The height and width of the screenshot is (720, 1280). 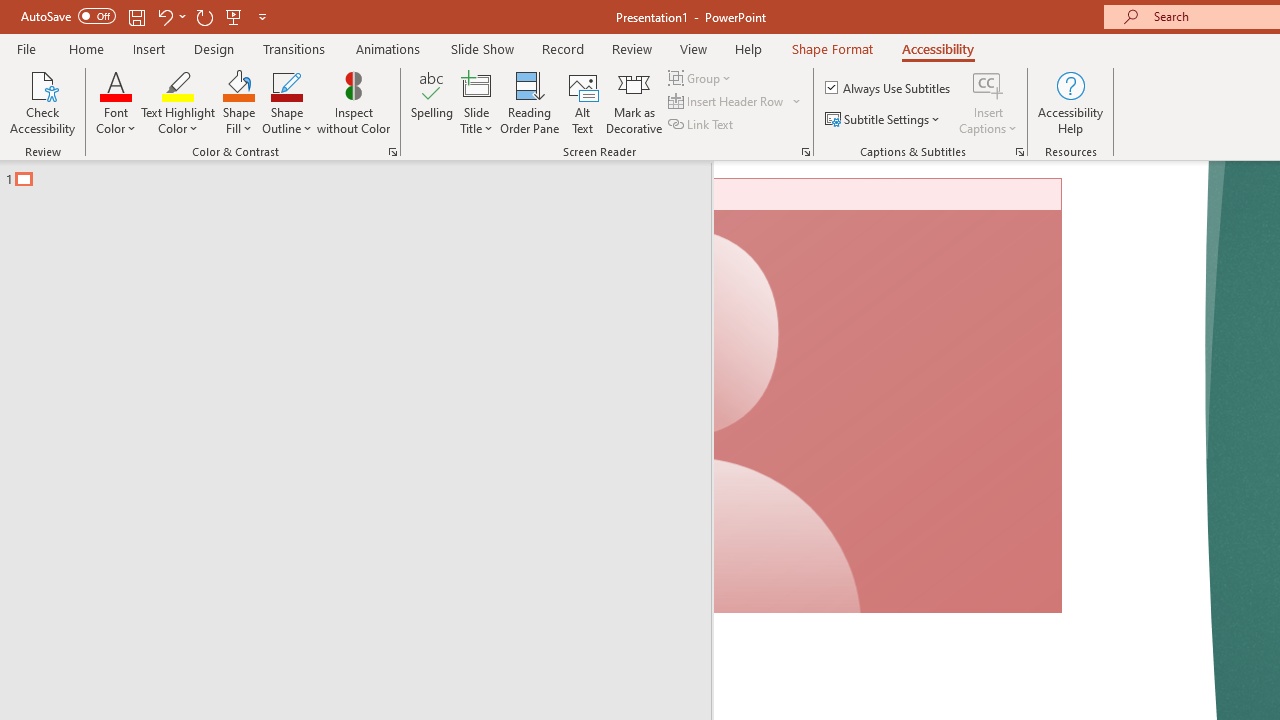 What do you see at coordinates (630, 48) in the screenshot?
I see `'Review'` at bounding box center [630, 48].